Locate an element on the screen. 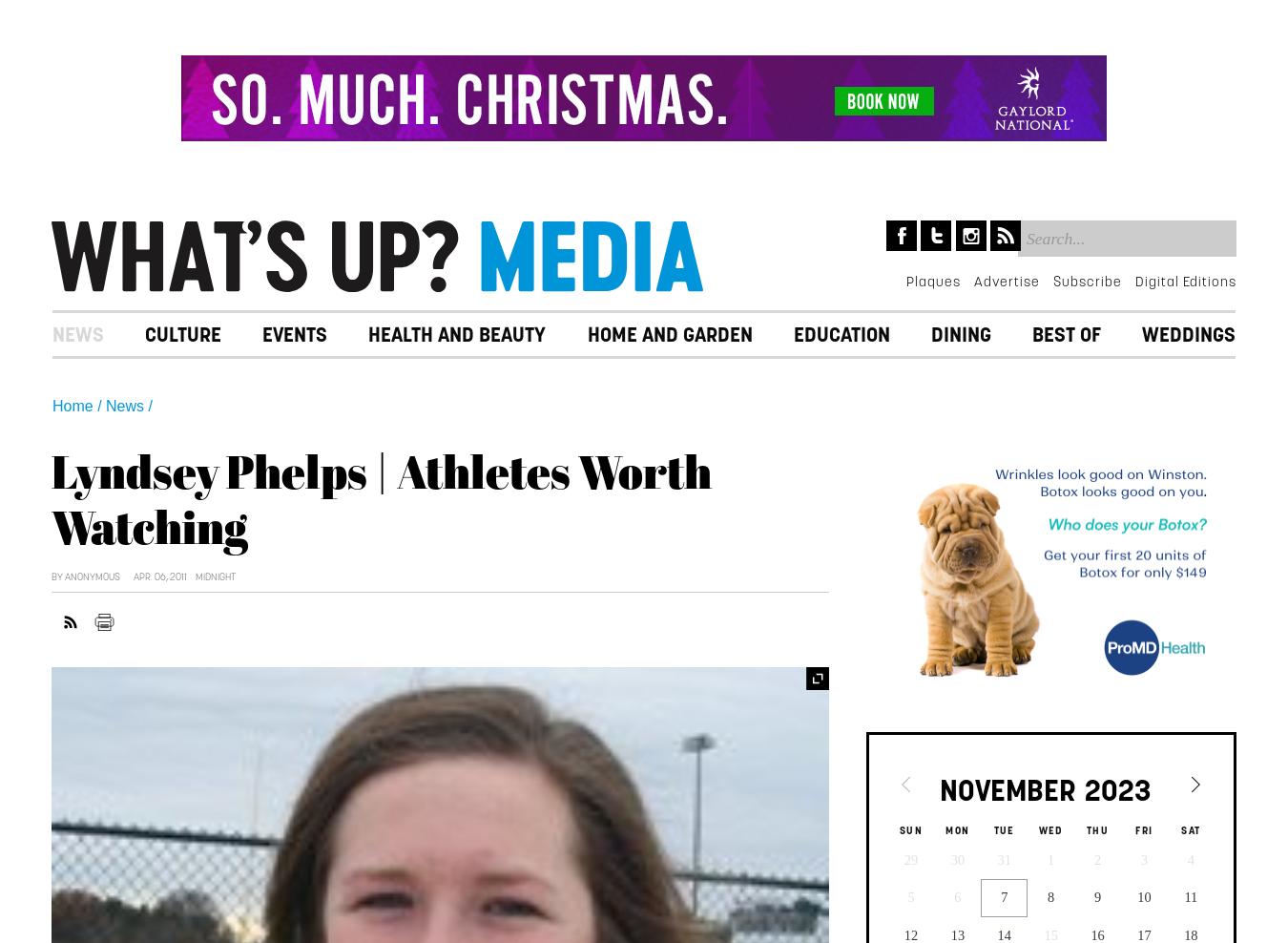 The height and width of the screenshot is (943, 1288). '7' is located at coordinates (1004, 896).